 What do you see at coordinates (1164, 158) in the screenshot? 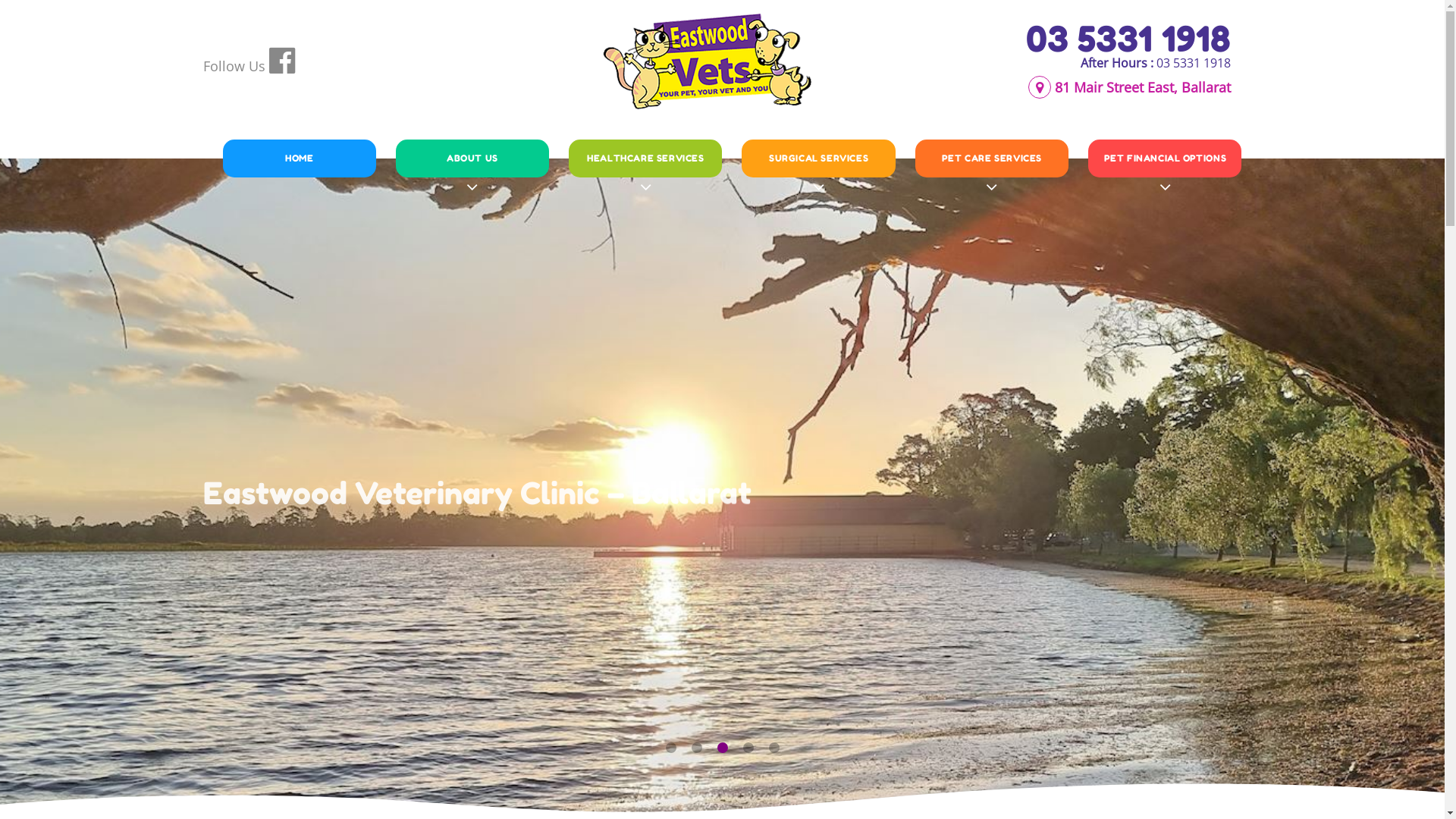
I see `'PET FINANCIAL OPTIONS'` at bounding box center [1164, 158].